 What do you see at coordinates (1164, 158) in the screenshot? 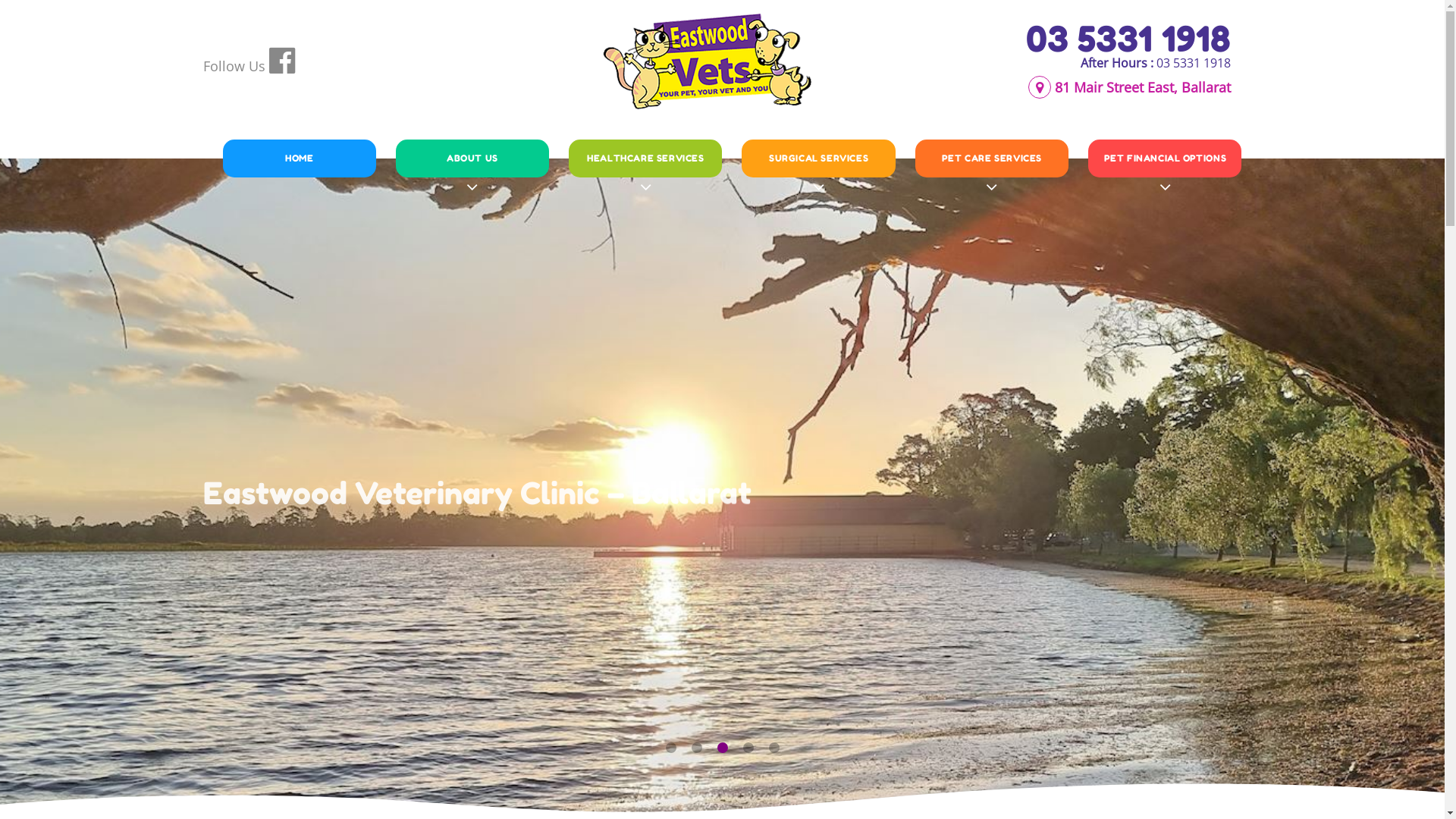
I see `'PET FINANCIAL OPTIONS'` at bounding box center [1164, 158].